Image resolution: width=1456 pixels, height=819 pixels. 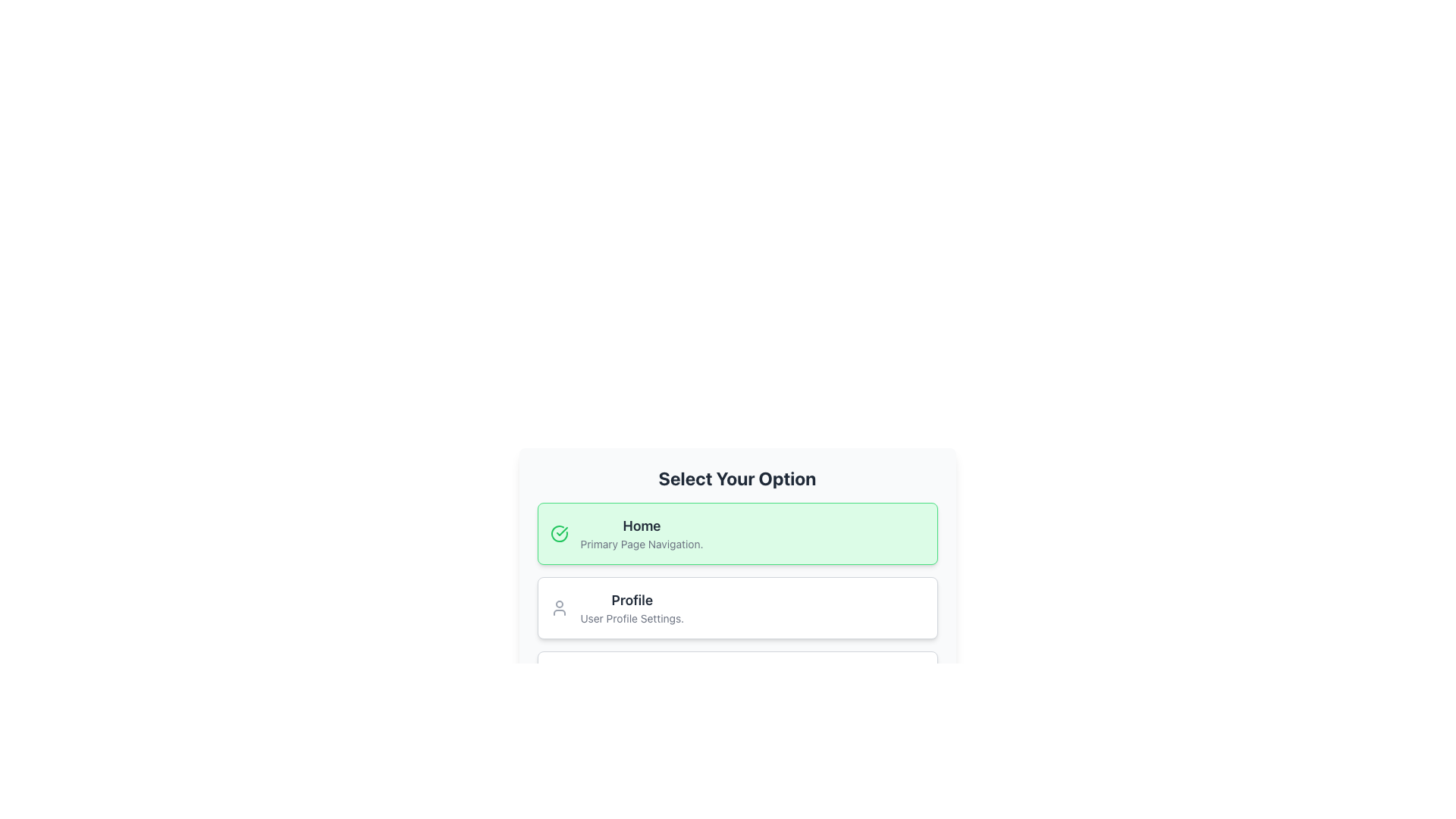 I want to click on the checkmark icon adjacent to the 'Home' menu item to interact with it, so click(x=560, y=531).